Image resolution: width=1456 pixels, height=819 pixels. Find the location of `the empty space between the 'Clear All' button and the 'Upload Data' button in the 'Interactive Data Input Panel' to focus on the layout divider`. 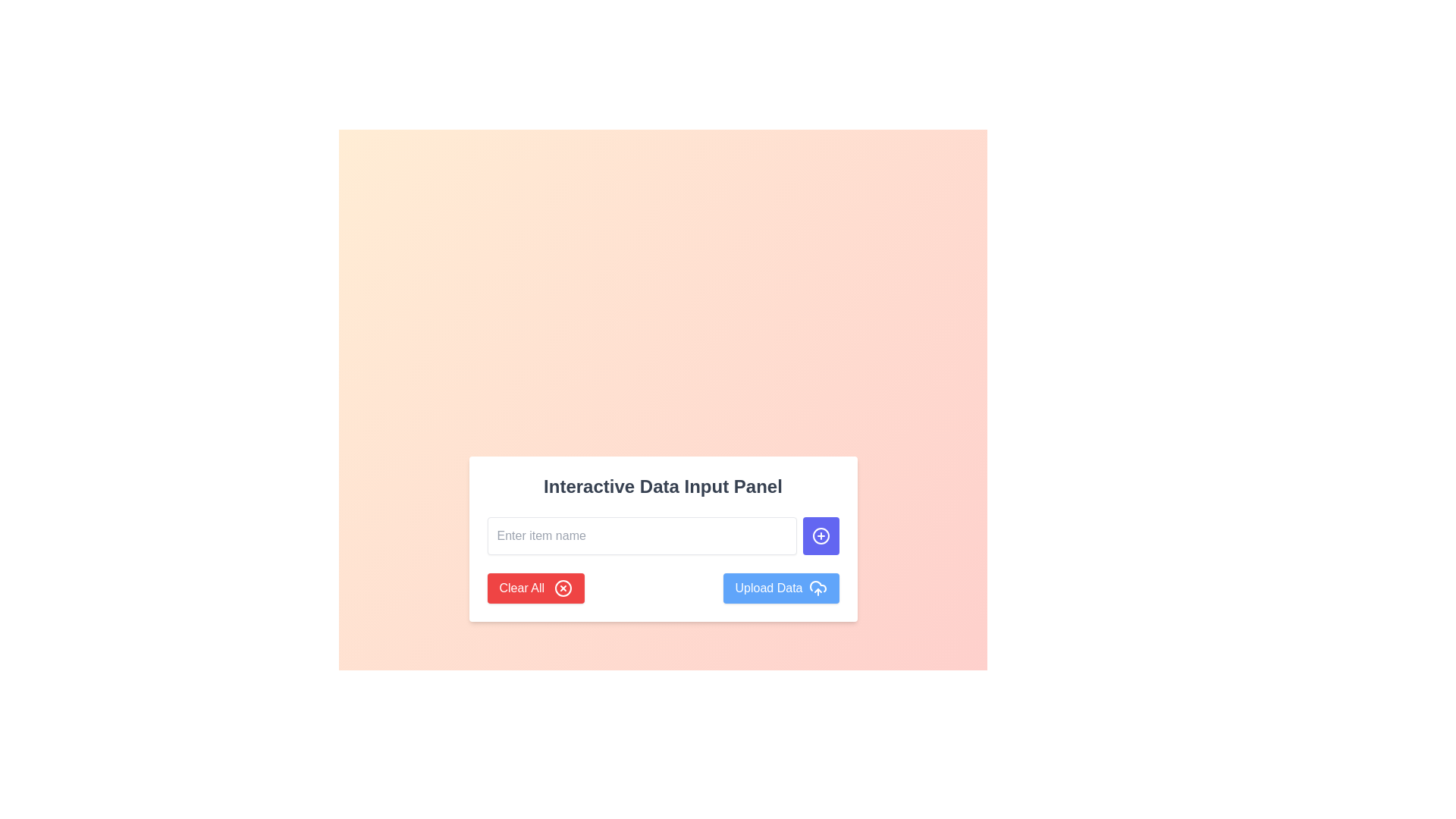

the empty space between the 'Clear All' button and the 'Upload Data' button in the 'Interactive Data Input Panel' to focus on the layout divider is located at coordinates (663, 587).